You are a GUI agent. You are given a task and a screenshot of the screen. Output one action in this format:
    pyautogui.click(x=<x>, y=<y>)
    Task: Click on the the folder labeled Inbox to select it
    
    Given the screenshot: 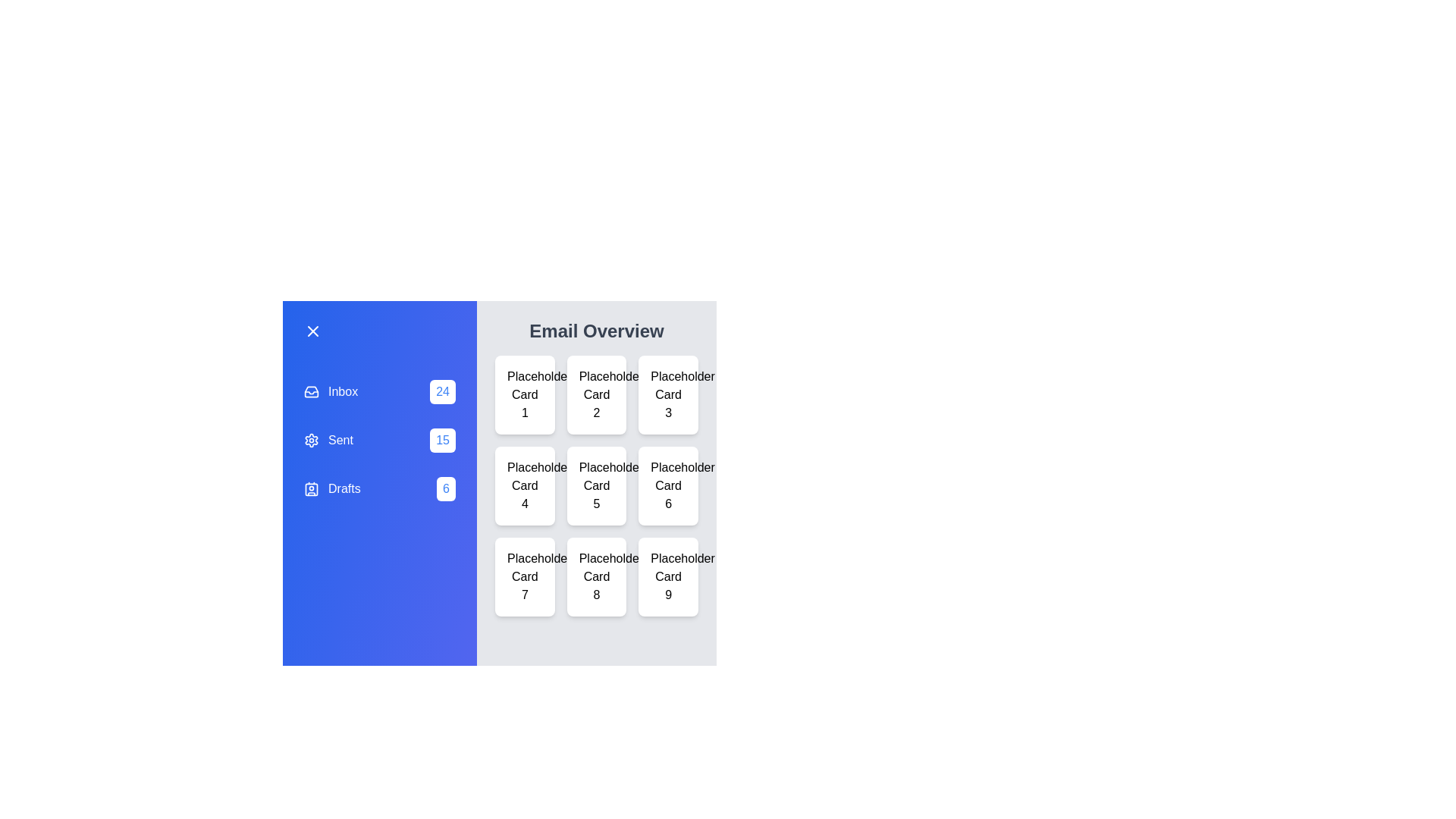 What is the action you would take?
    pyautogui.click(x=379, y=391)
    